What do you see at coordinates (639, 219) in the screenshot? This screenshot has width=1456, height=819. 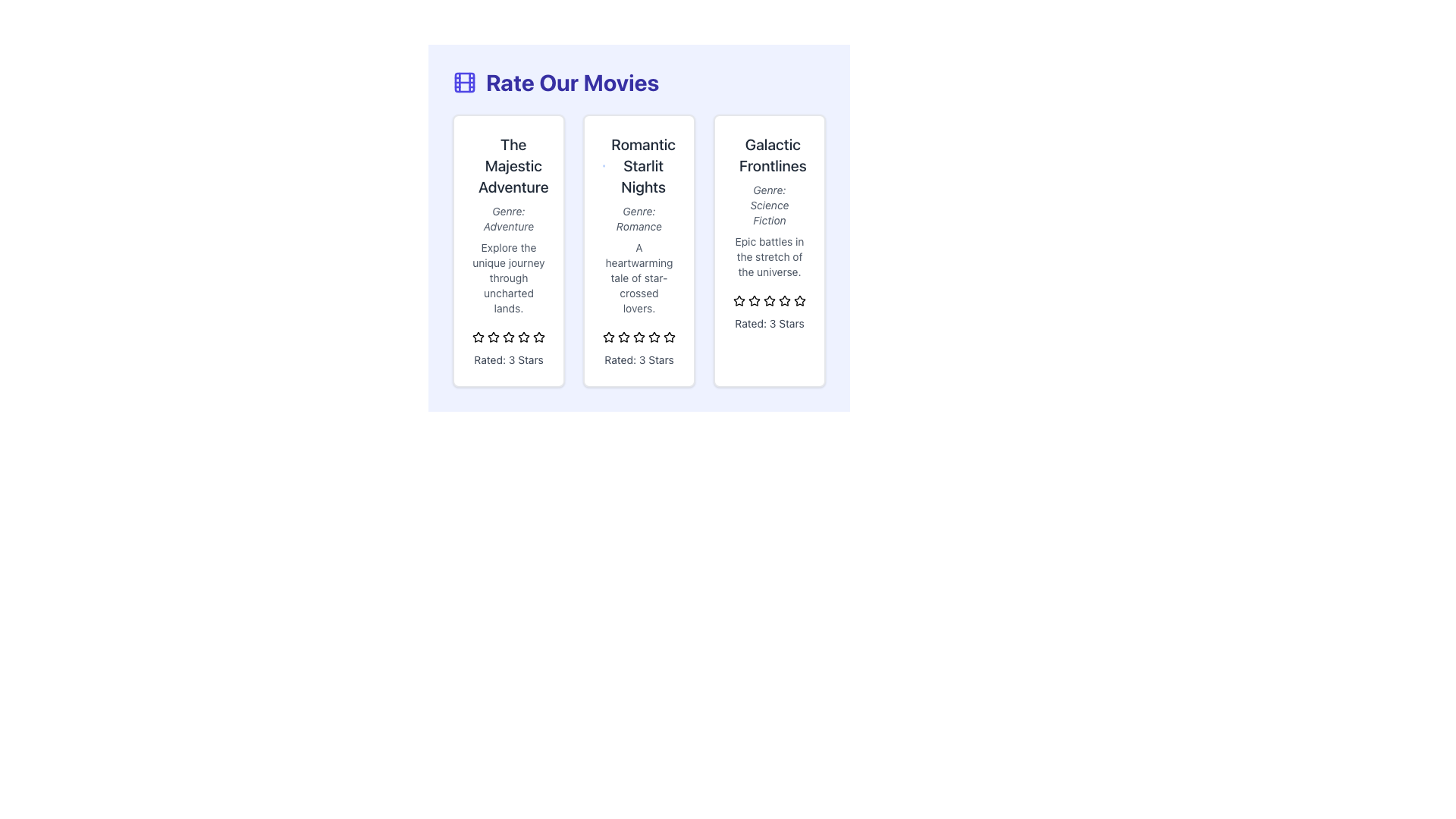 I see `the text element that provides information about the genre of the item described in the second card titled 'Romantic Starlit Nights'` at bounding box center [639, 219].